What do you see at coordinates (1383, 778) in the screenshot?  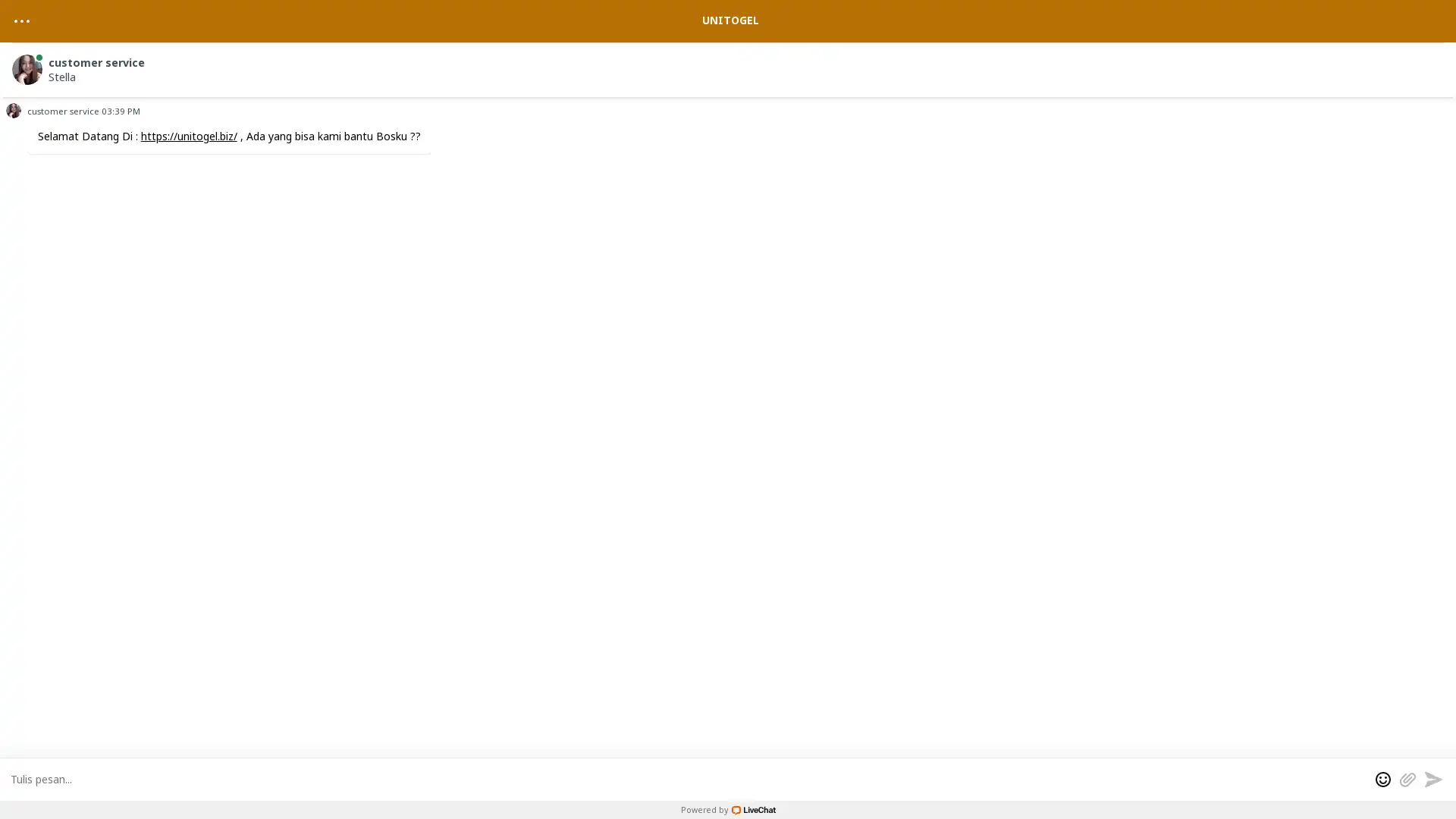 I see `open emoji picker` at bounding box center [1383, 778].